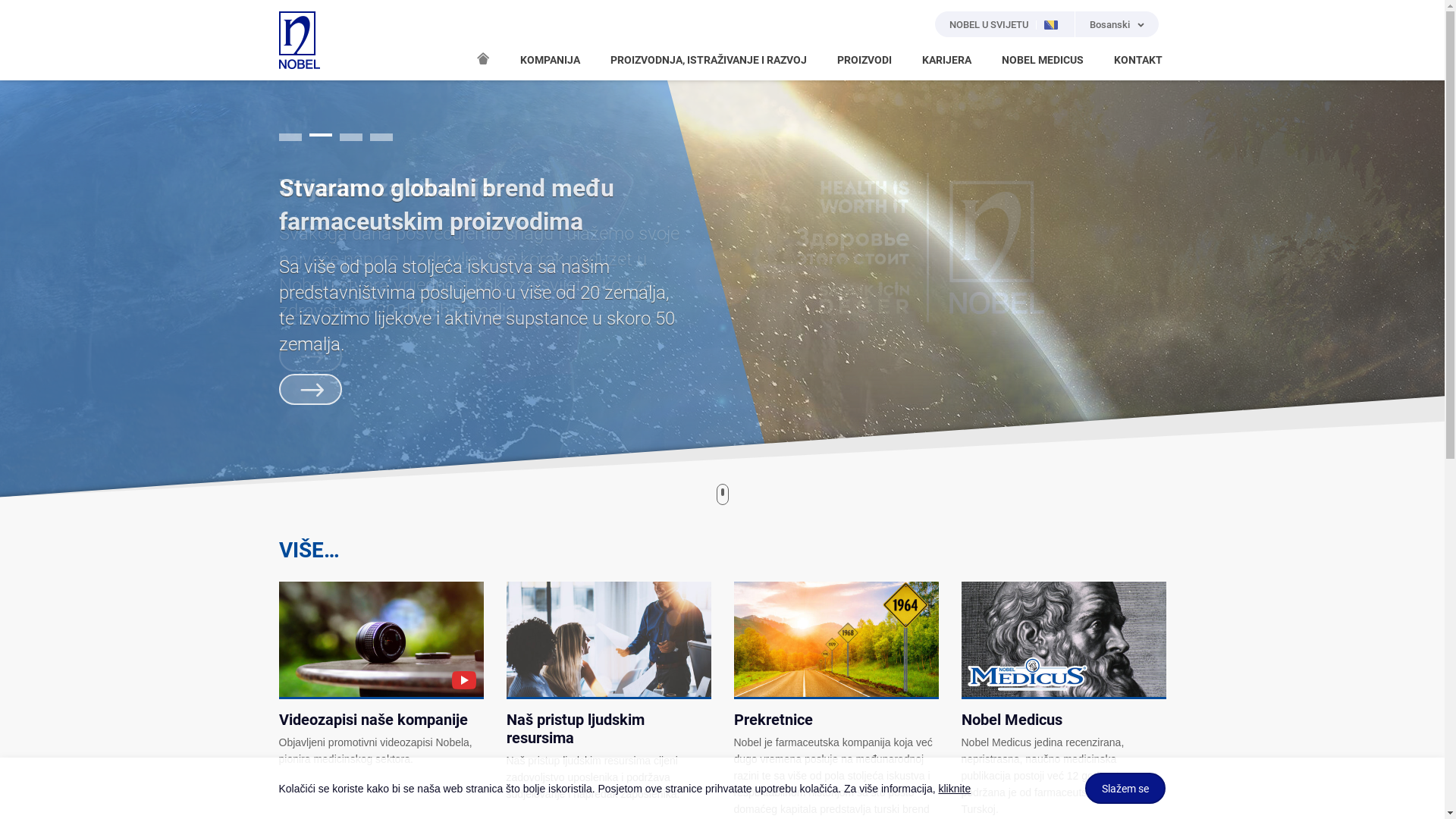 The image size is (1456, 819). What do you see at coordinates (350, 137) in the screenshot?
I see `'3'` at bounding box center [350, 137].